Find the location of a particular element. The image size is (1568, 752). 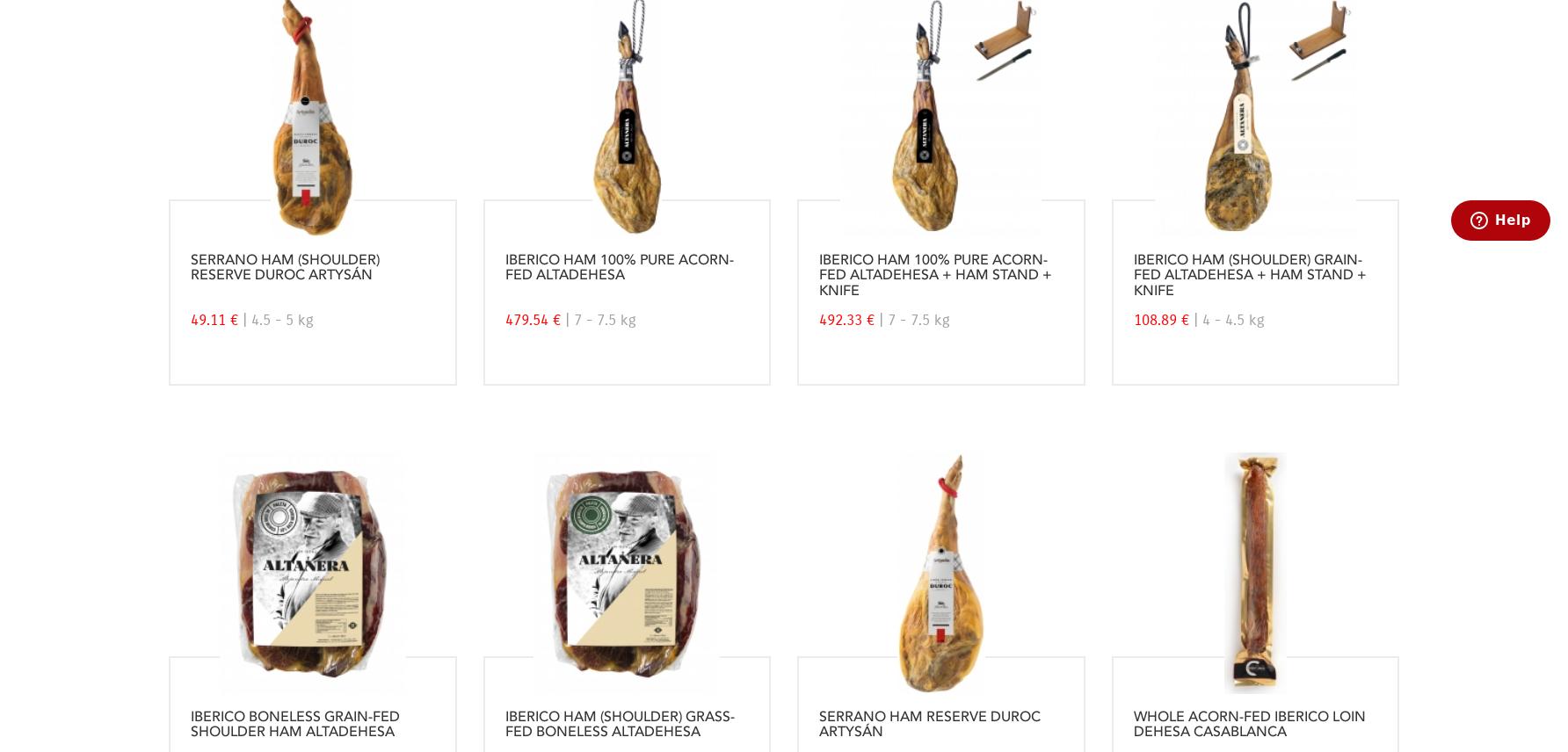

'Serrano ham (shoulder) reserve duroc Artysán' is located at coordinates (285, 267).